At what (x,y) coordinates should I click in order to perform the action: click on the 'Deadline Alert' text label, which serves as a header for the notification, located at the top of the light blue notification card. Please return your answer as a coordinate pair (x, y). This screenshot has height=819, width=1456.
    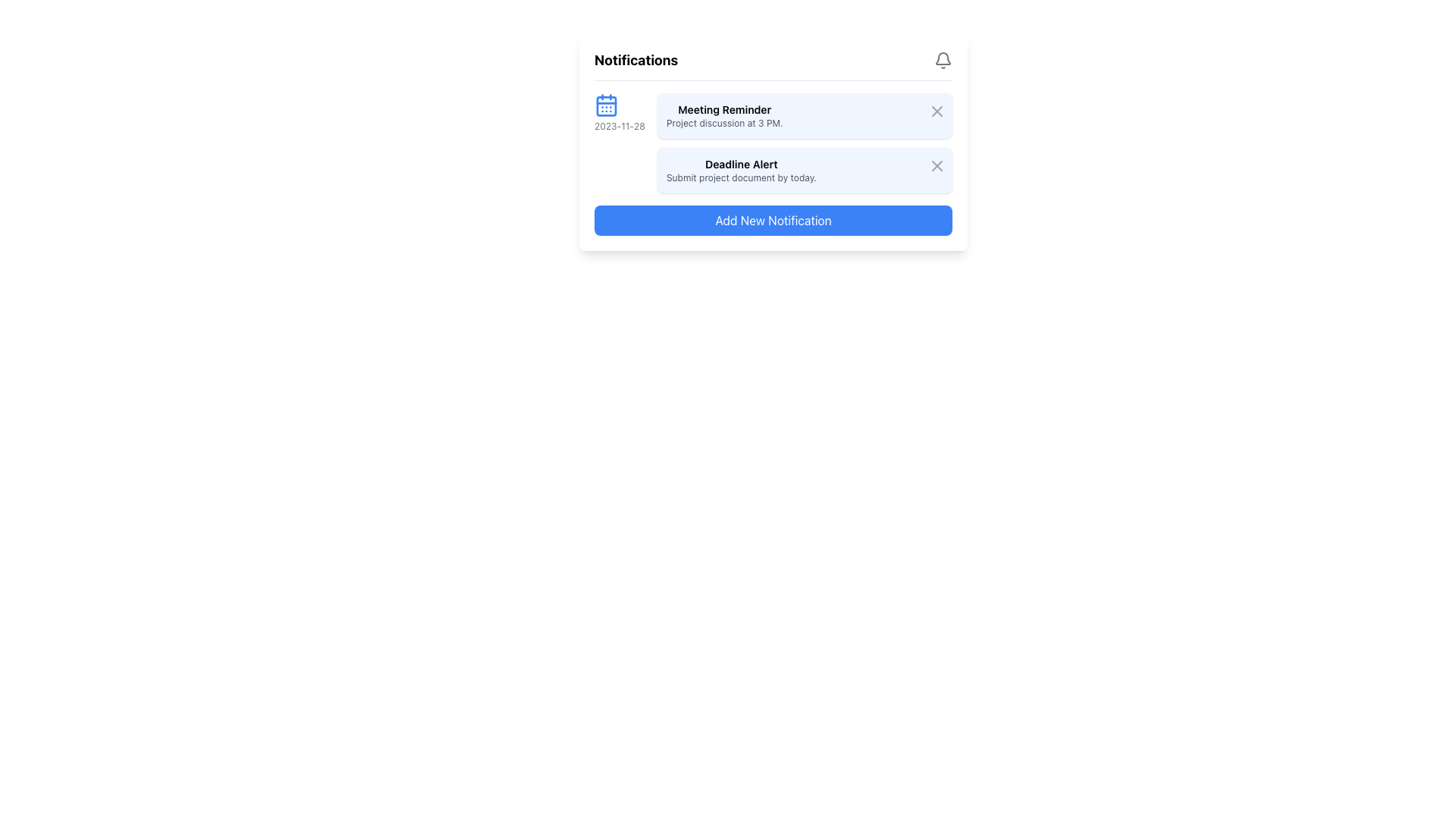
    Looking at the image, I should click on (741, 164).